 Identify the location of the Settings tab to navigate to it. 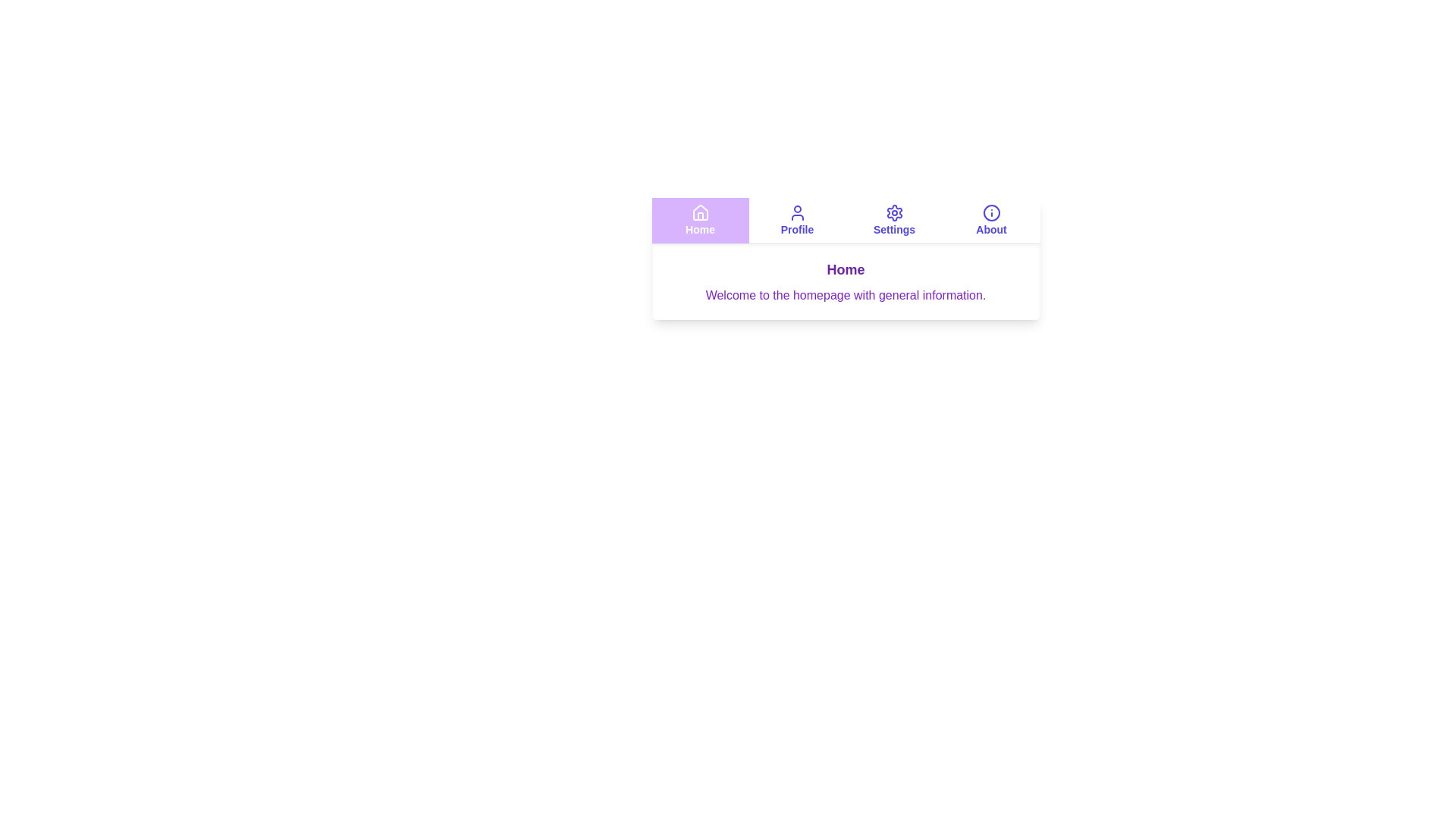
(894, 220).